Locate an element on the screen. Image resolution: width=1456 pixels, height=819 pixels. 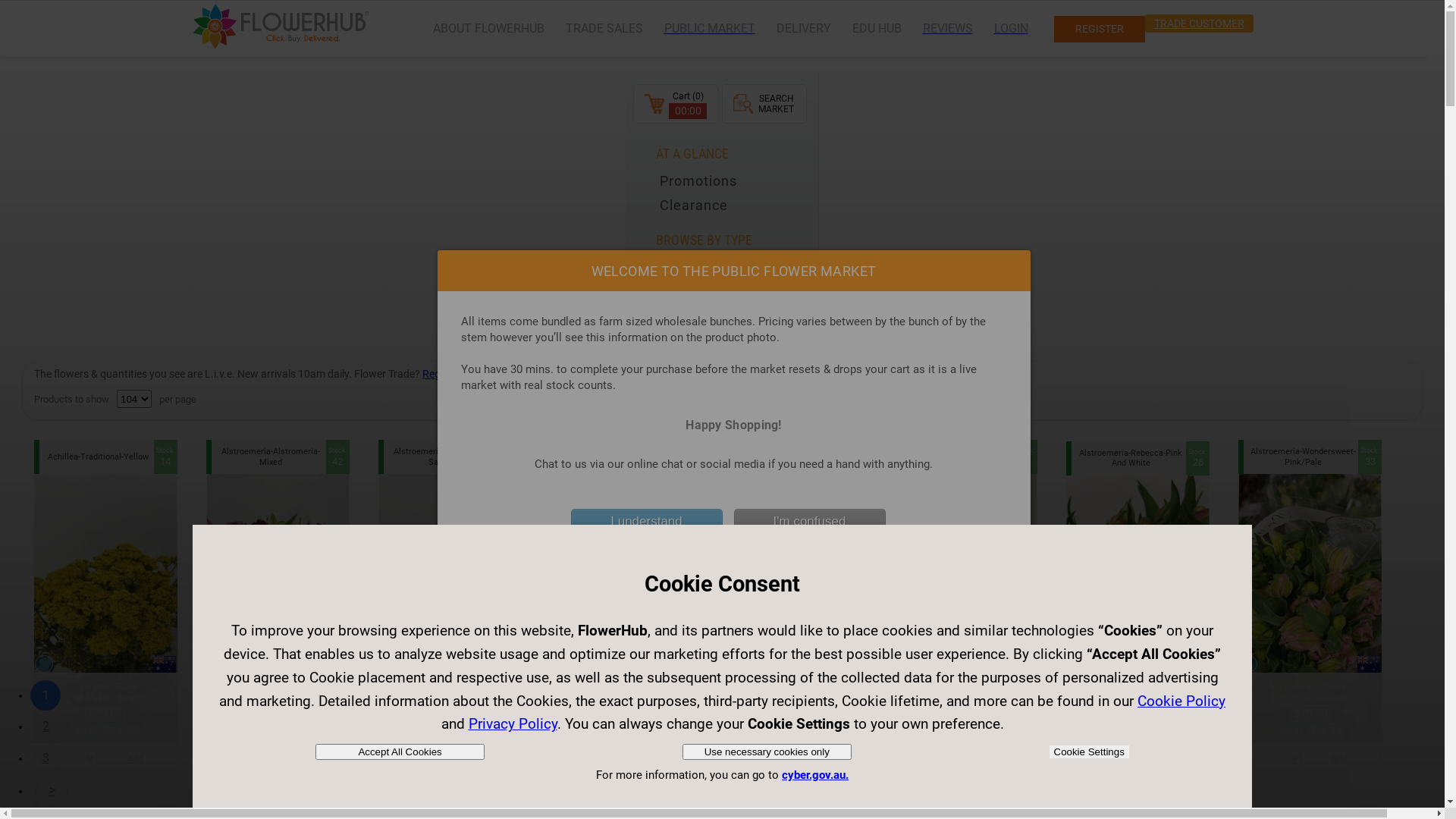
'Promotions' is located at coordinates (659, 180).